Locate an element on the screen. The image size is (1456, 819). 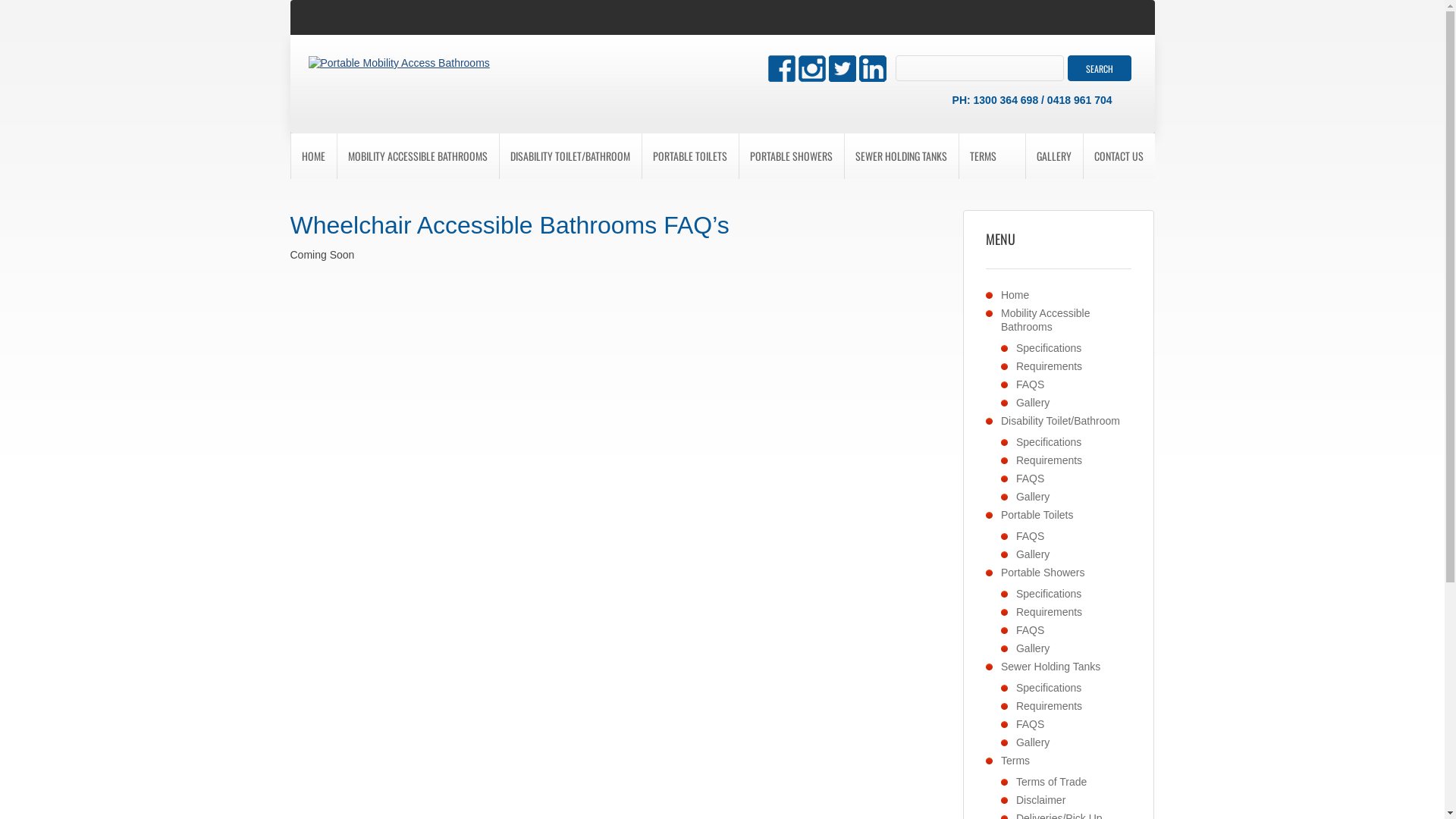
'Terms' is located at coordinates (1015, 760).